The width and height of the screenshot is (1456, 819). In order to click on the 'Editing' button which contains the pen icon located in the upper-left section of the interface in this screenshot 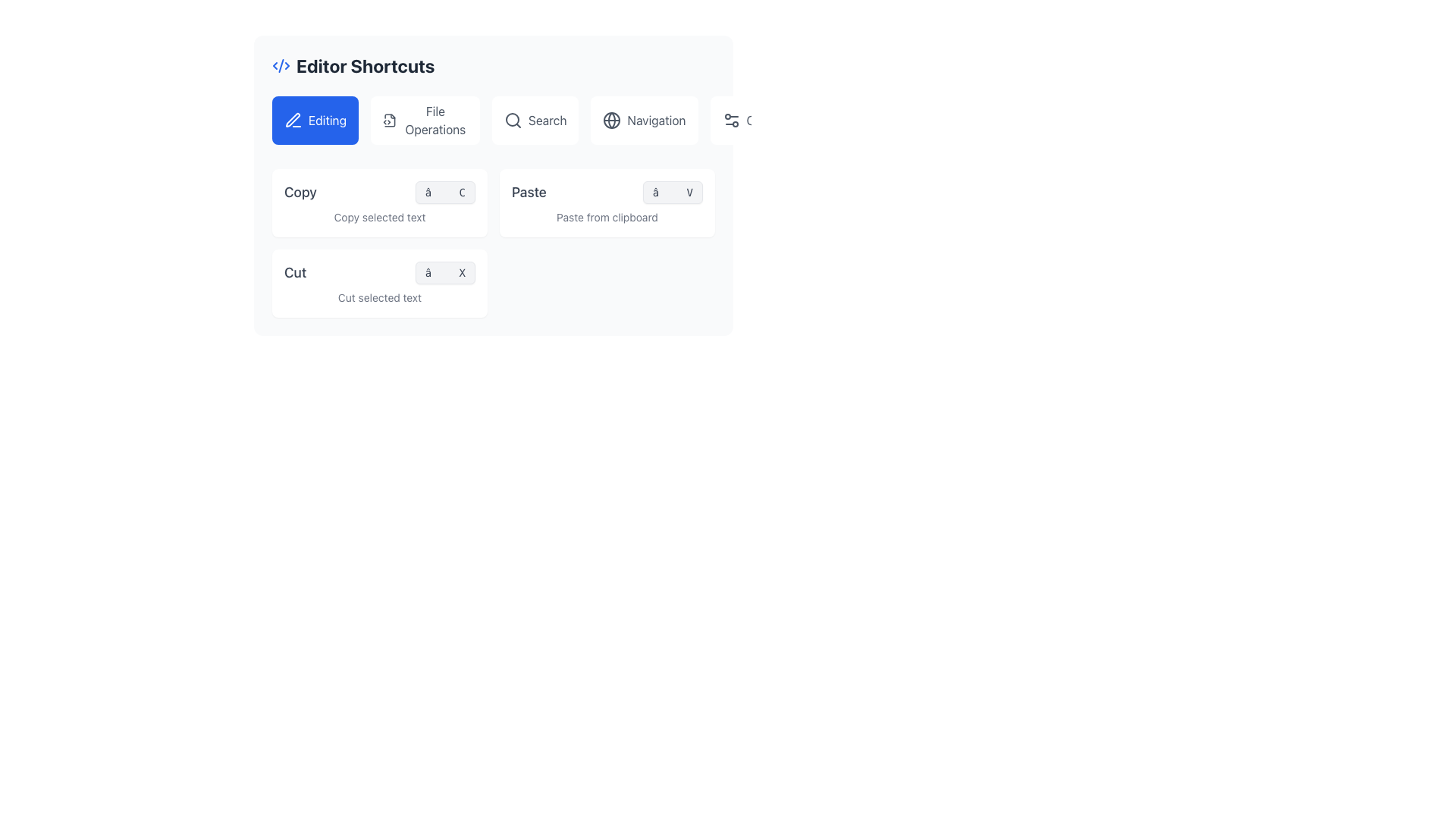, I will do `click(293, 119)`.